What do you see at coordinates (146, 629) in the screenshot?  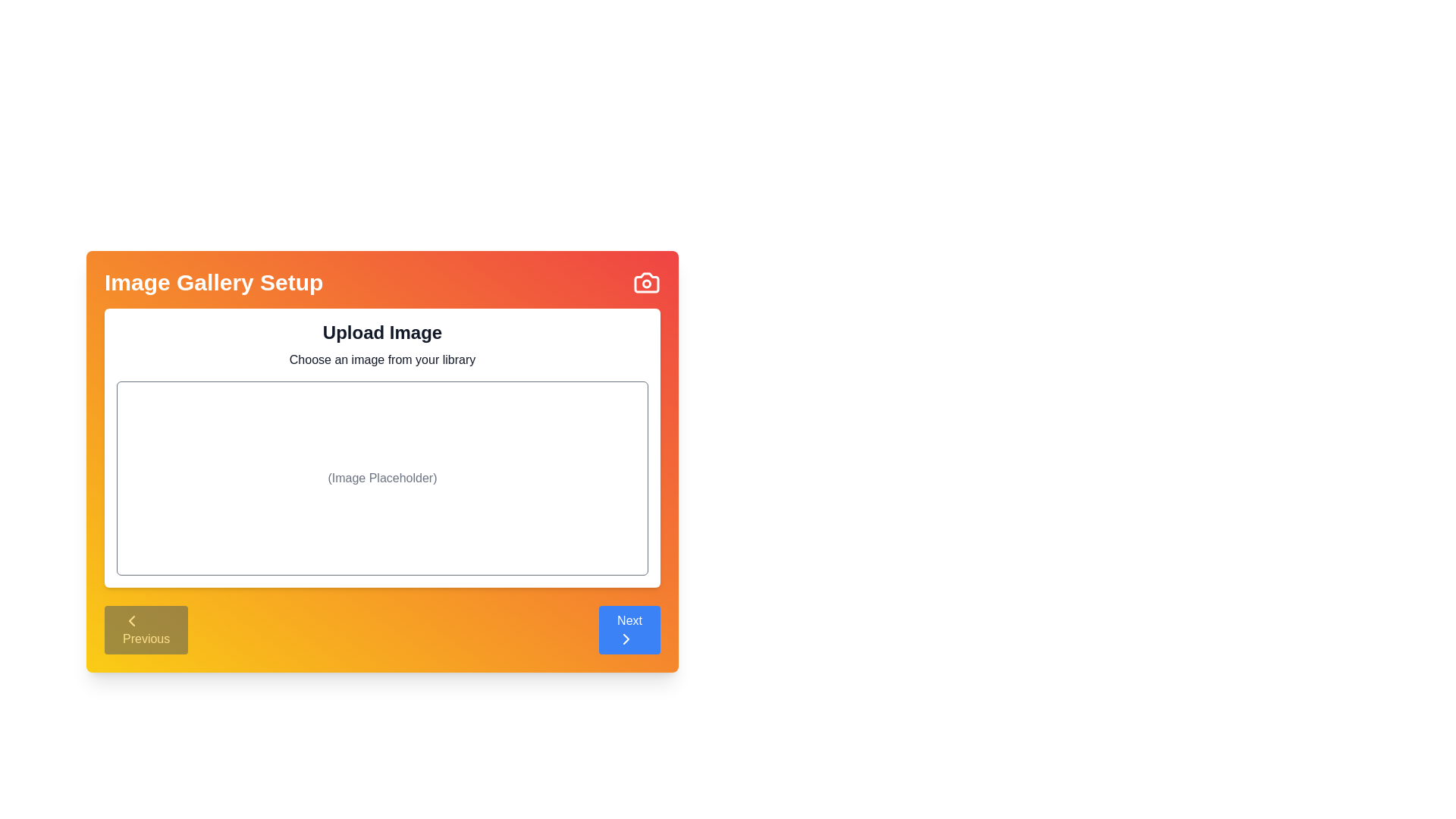 I see `the Previous button to navigate the steps` at bounding box center [146, 629].